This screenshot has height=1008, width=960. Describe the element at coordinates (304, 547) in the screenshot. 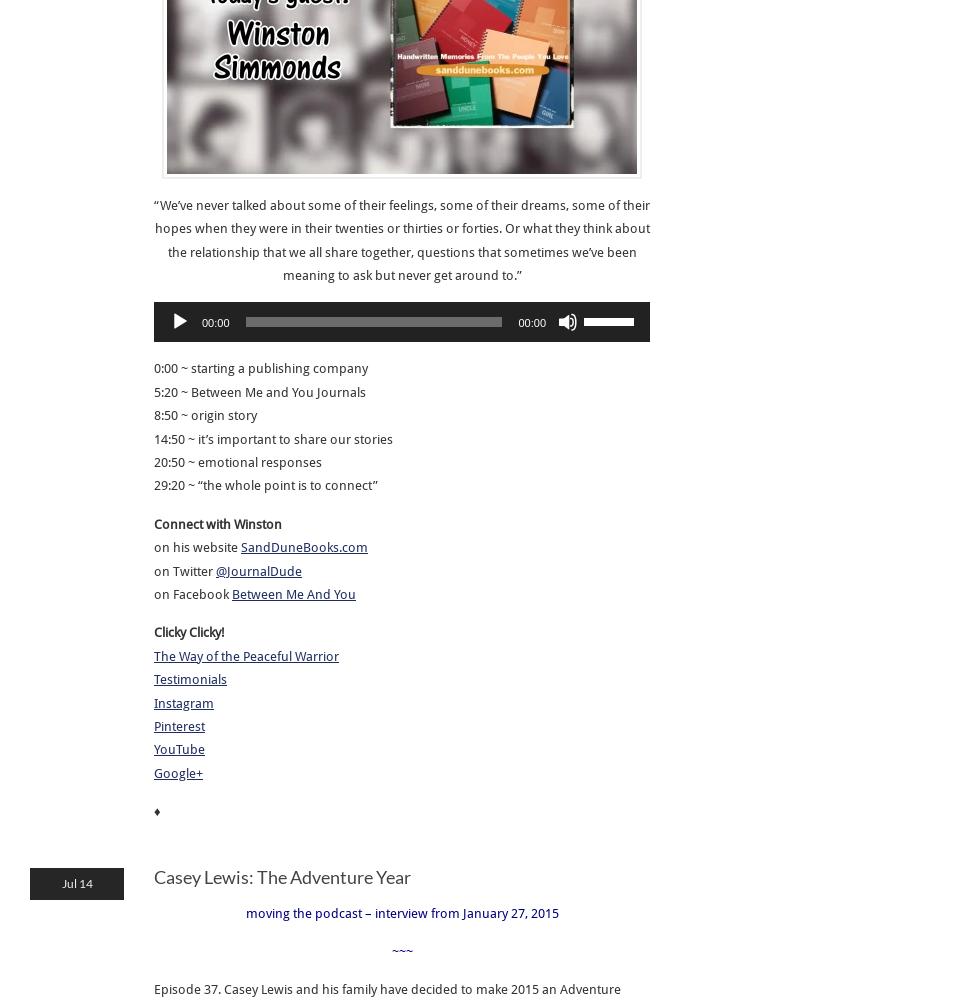

I see `'SandDuneBooks.com'` at that location.